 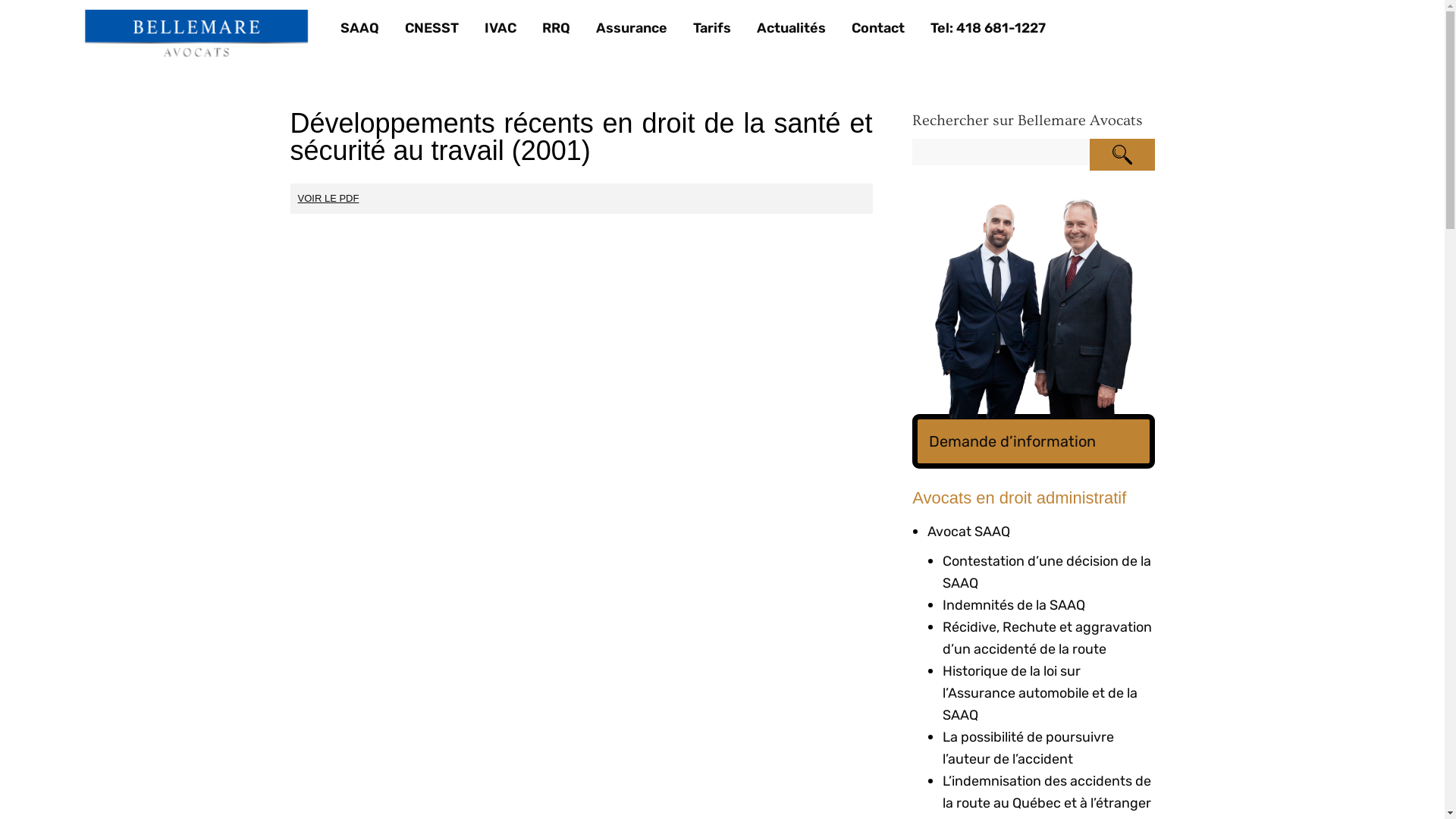 I want to click on 'aller', so click(x=1121, y=155).